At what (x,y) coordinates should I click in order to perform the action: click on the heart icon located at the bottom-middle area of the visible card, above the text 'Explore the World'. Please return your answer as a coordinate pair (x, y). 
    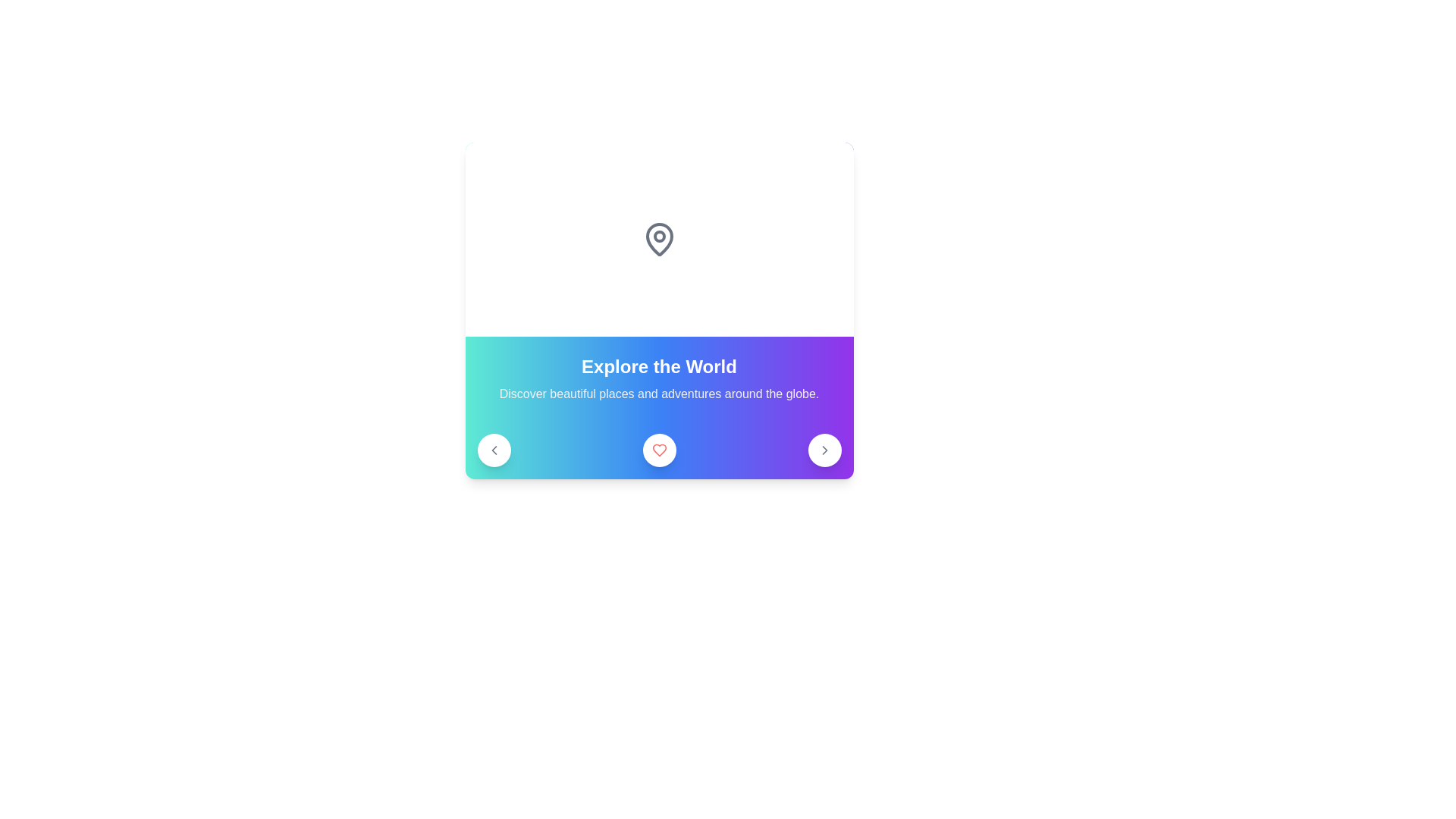
    Looking at the image, I should click on (659, 450).